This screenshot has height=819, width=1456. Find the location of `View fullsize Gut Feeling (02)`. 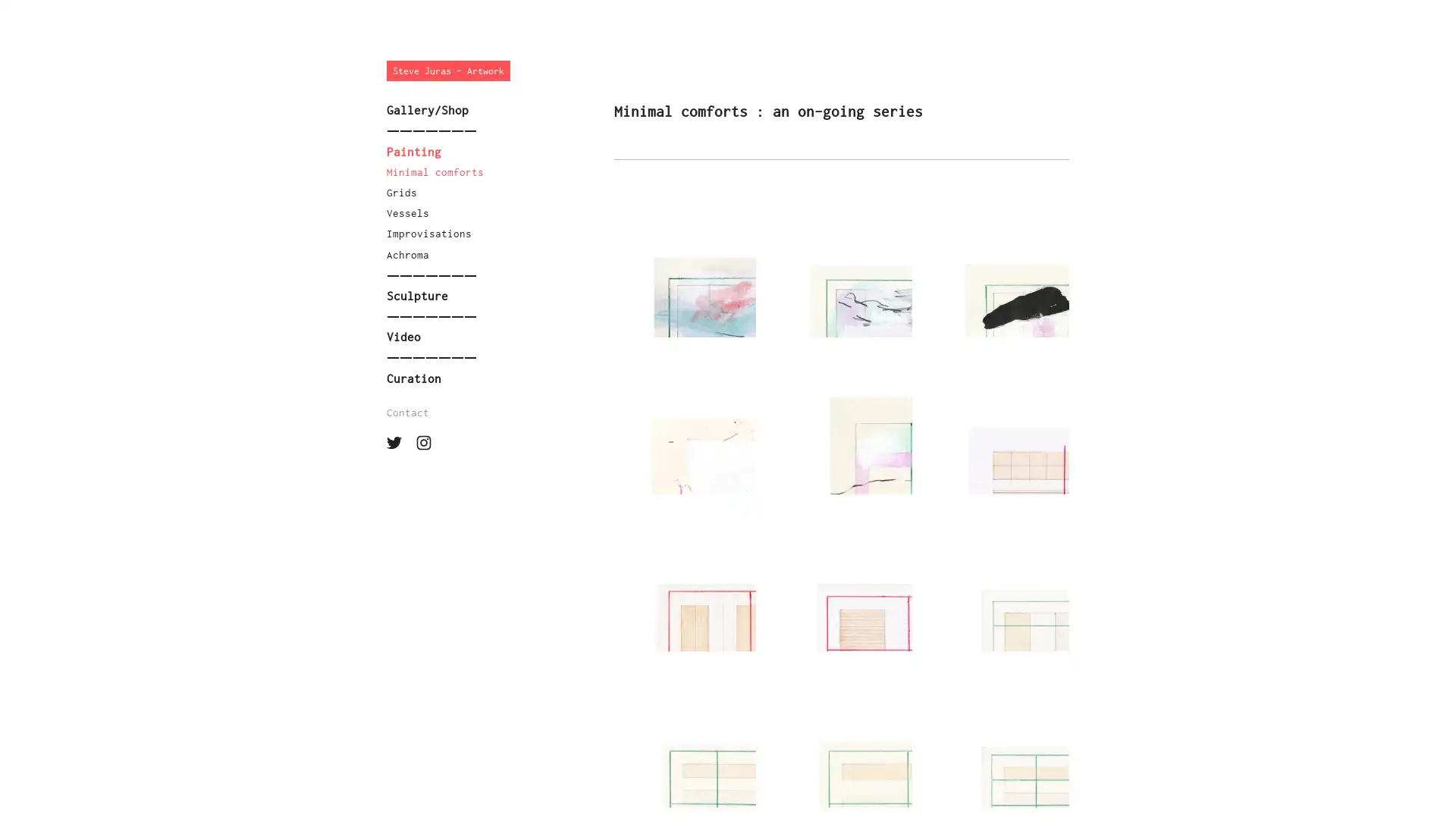

View fullsize Gut Feeling (02) is located at coordinates (683, 265).